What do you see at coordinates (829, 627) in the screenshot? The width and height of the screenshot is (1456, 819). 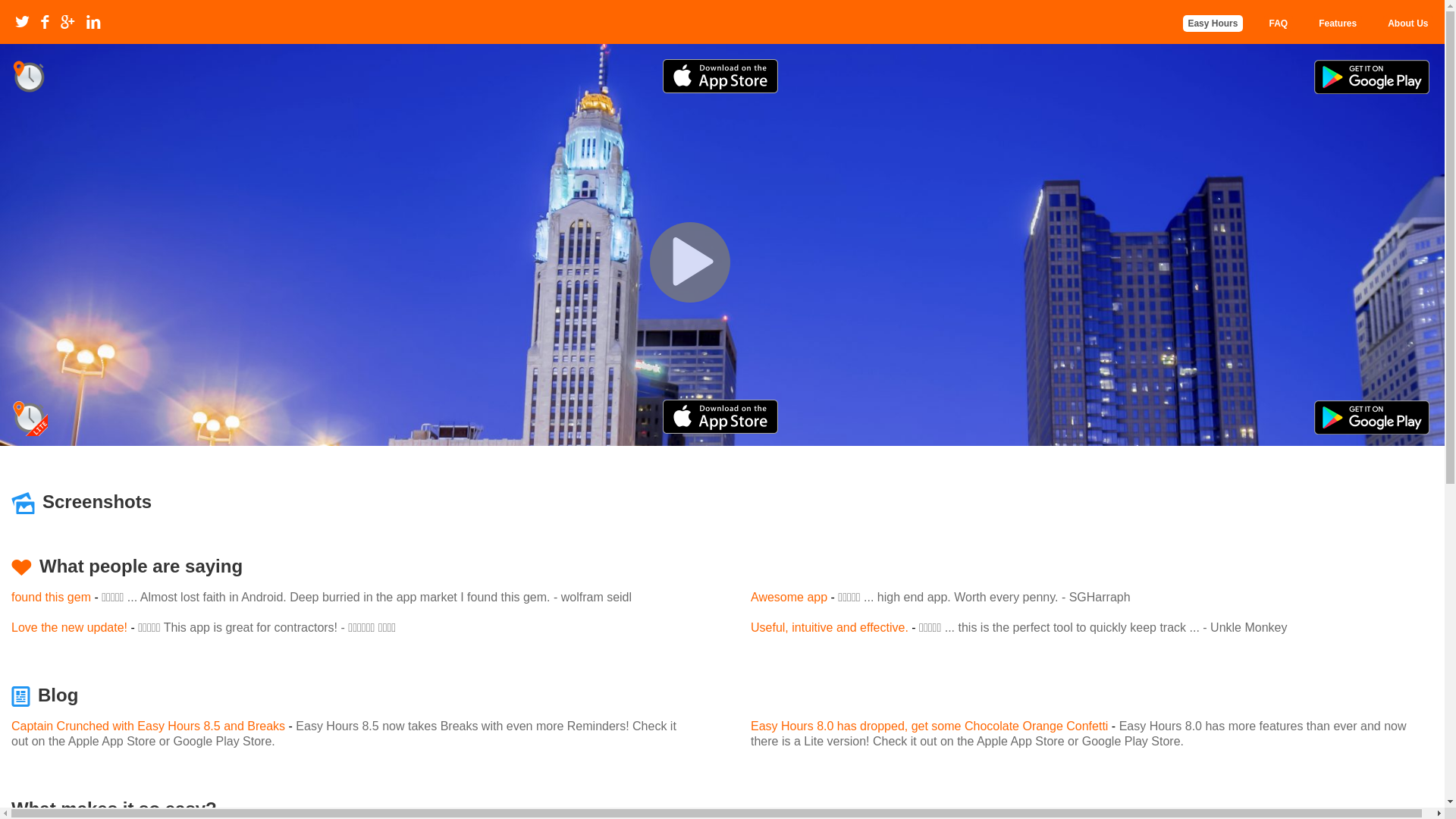 I see `'Useful, intuitive and effective.'` at bounding box center [829, 627].